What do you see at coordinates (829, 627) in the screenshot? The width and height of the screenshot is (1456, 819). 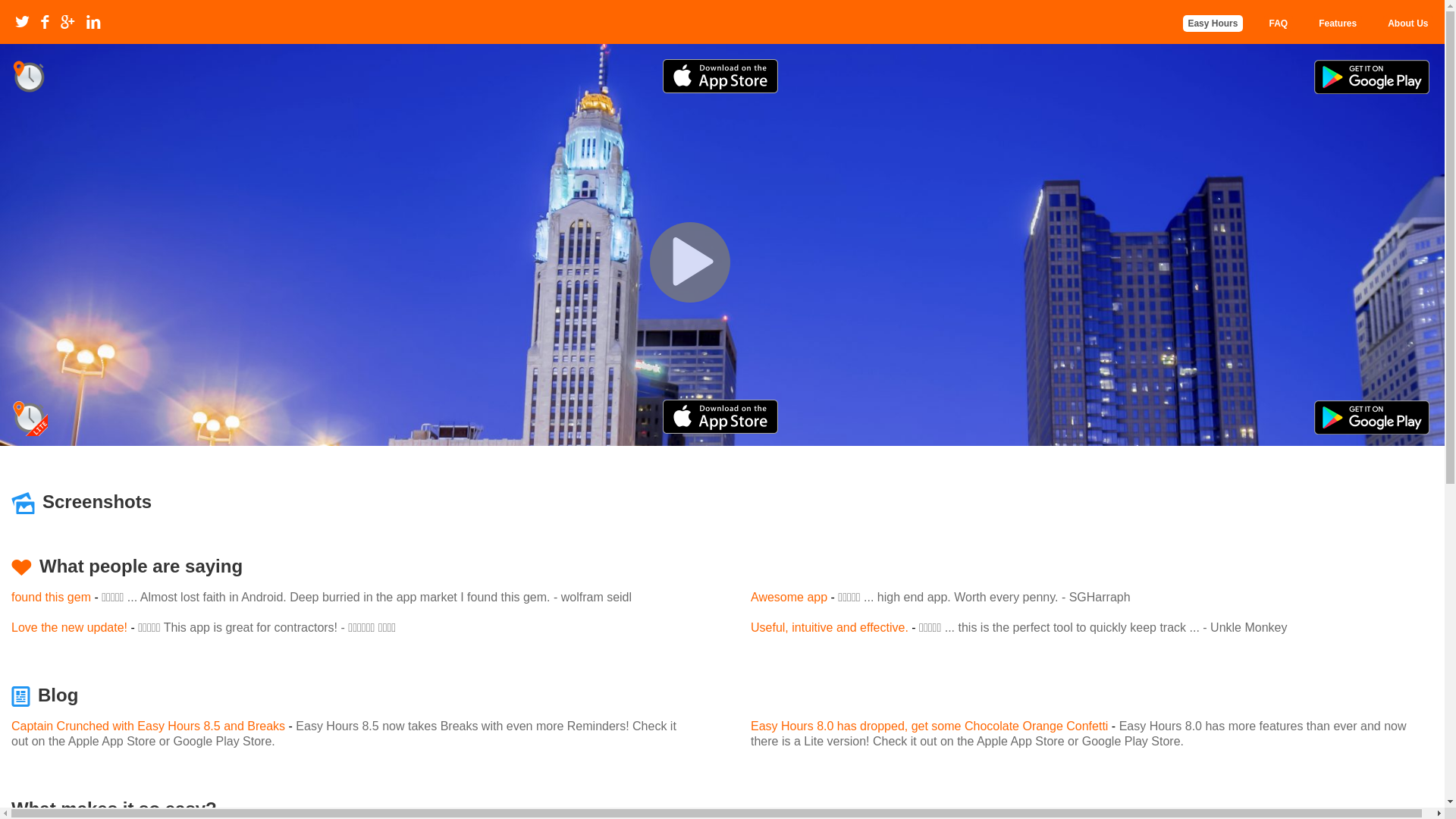 I see `'Useful, intuitive and effective.'` at bounding box center [829, 627].